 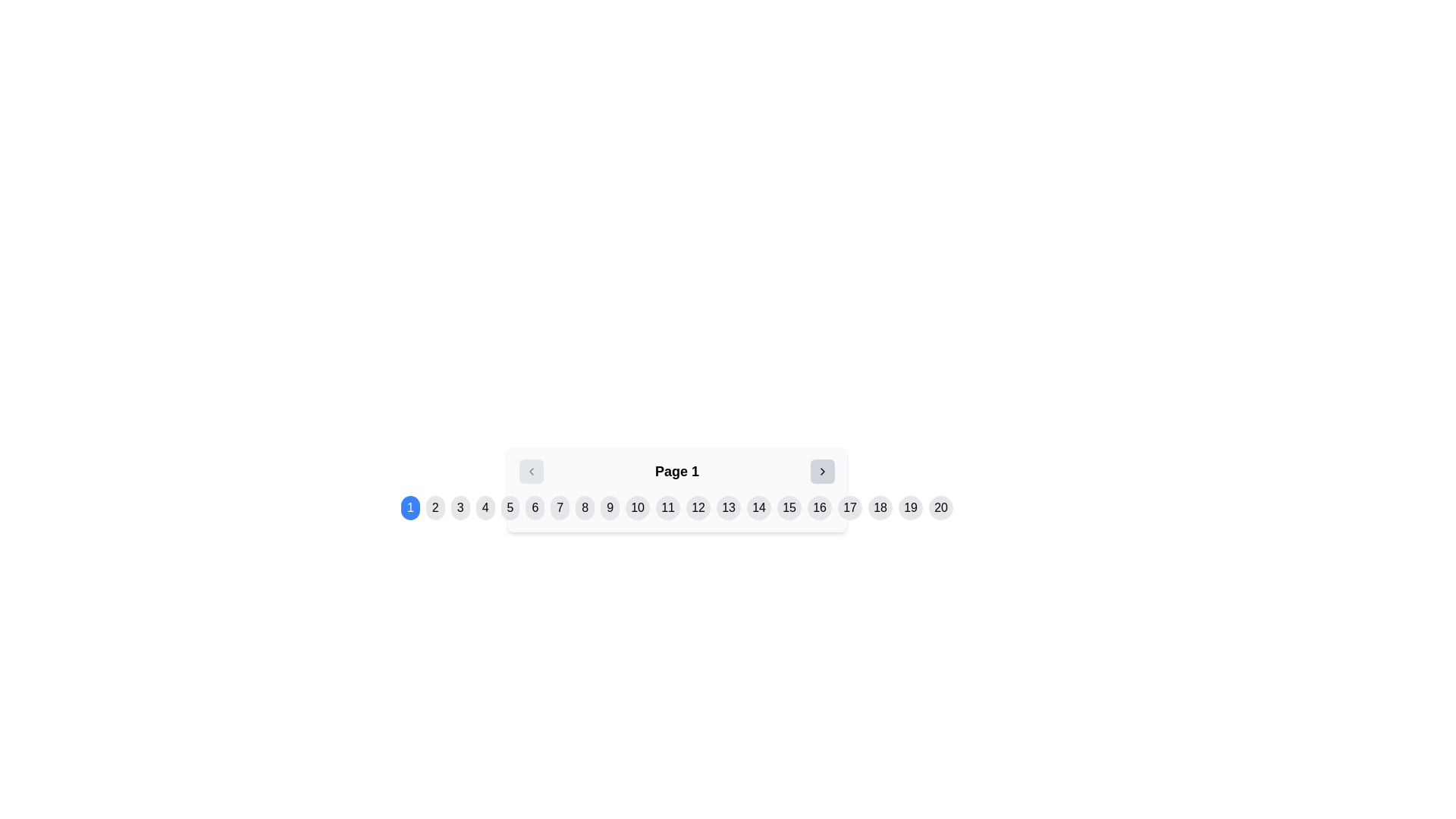 I want to click on the circular button with a gray background containing the text '19' for keyboard-based interaction, so click(x=910, y=508).